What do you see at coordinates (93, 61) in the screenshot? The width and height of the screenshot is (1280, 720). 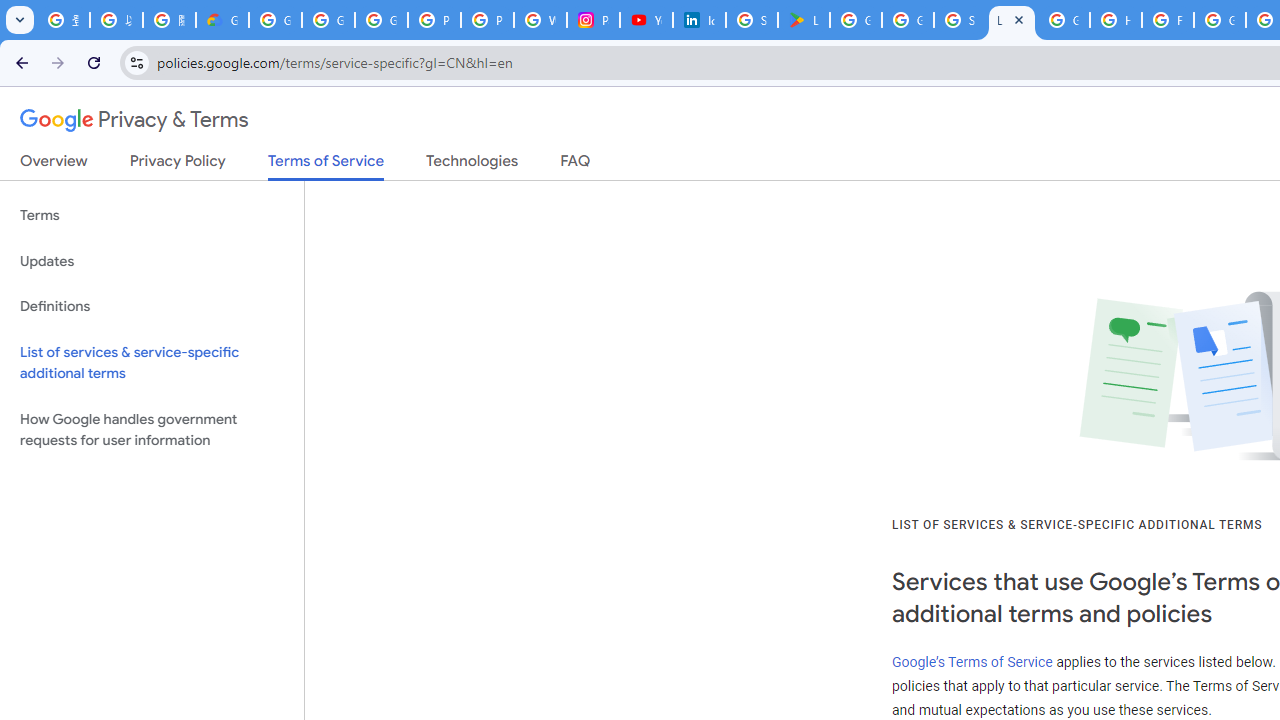 I see `'Reload'` at bounding box center [93, 61].